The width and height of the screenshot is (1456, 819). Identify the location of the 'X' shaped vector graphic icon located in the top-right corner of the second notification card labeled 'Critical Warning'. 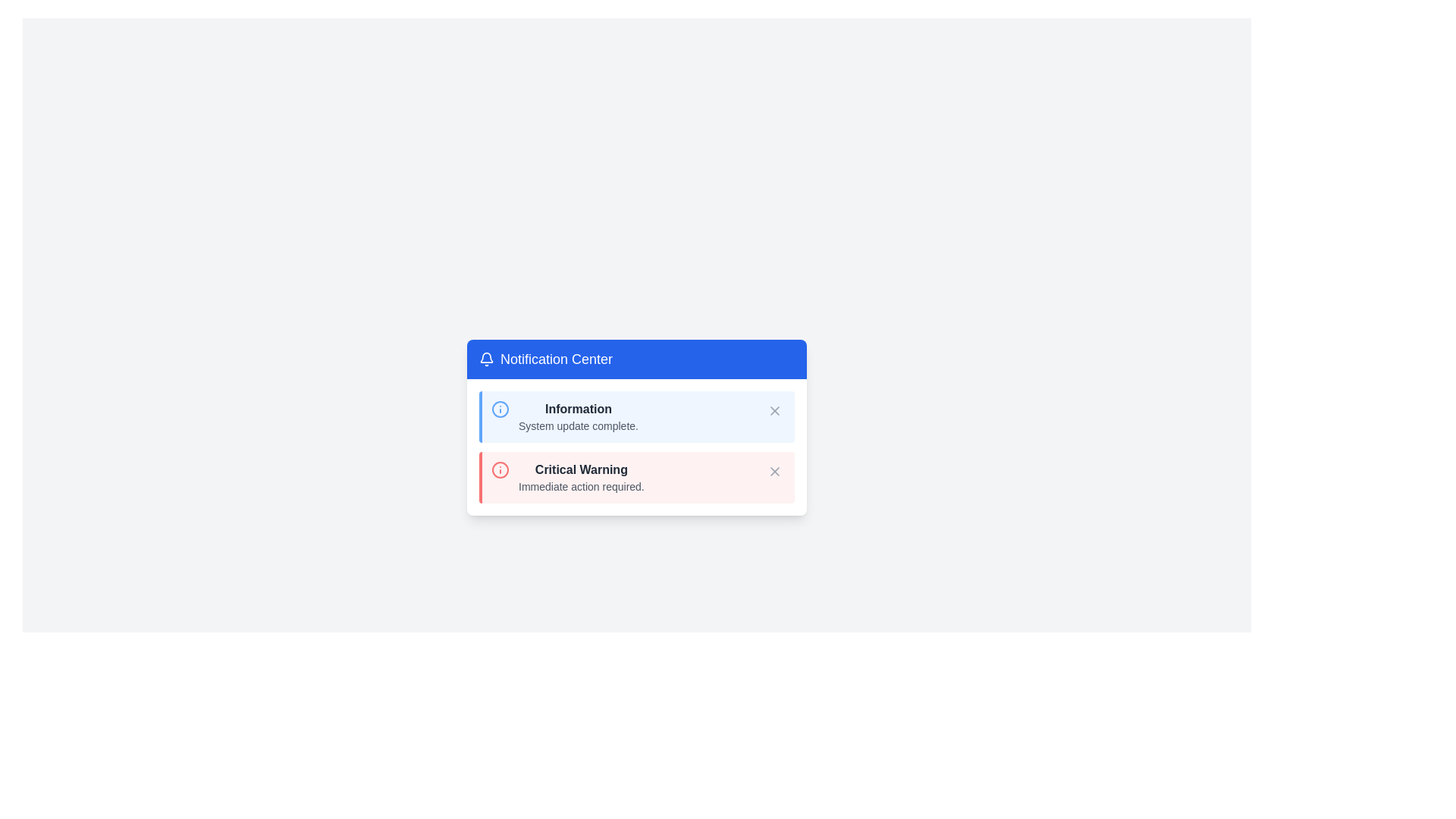
(775, 470).